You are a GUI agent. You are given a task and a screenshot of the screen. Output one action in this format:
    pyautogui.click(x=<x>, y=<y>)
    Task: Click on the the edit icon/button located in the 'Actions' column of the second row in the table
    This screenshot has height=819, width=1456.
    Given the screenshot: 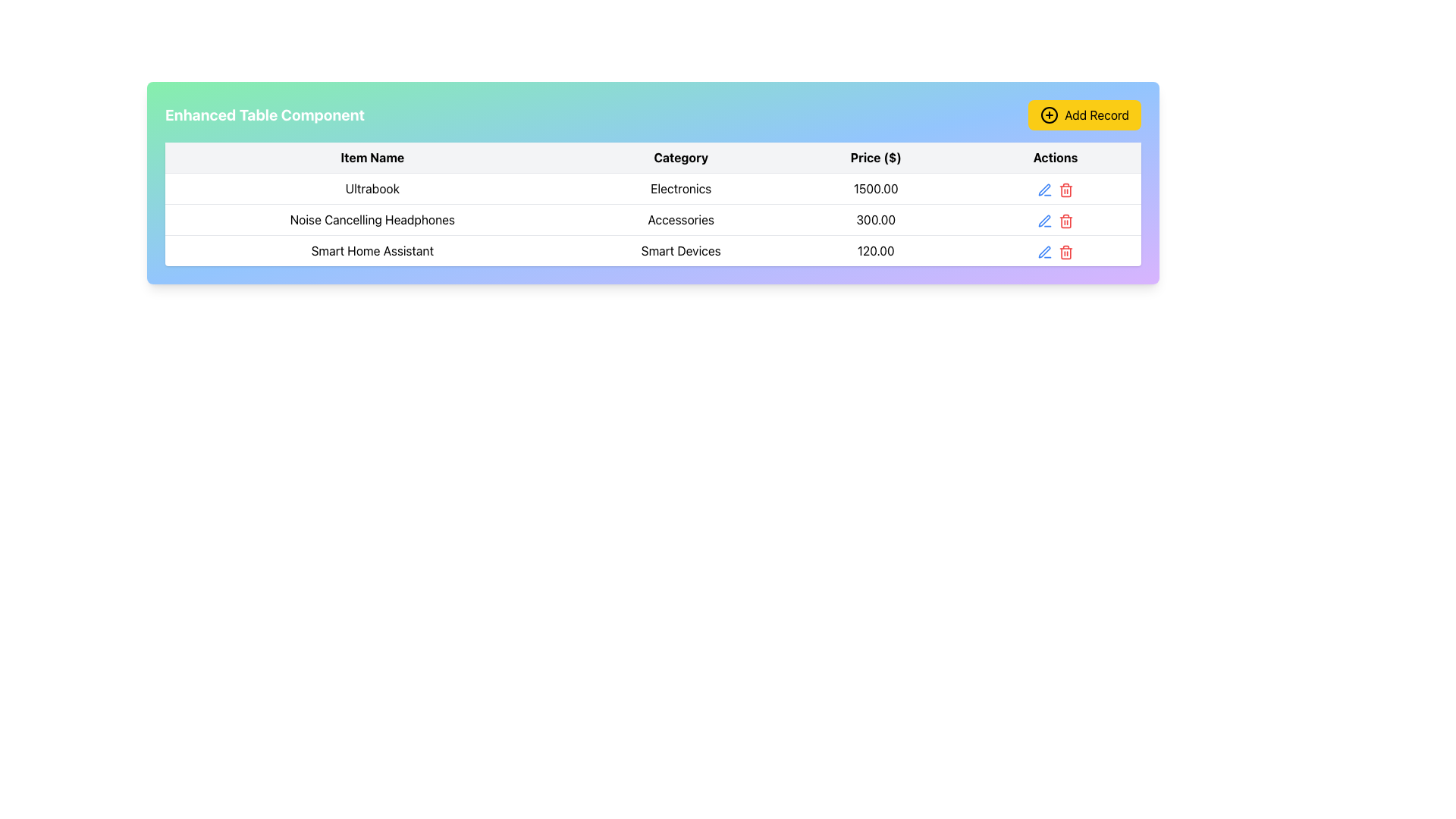 What is the action you would take?
    pyautogui.click(x=1043, y=221)
    